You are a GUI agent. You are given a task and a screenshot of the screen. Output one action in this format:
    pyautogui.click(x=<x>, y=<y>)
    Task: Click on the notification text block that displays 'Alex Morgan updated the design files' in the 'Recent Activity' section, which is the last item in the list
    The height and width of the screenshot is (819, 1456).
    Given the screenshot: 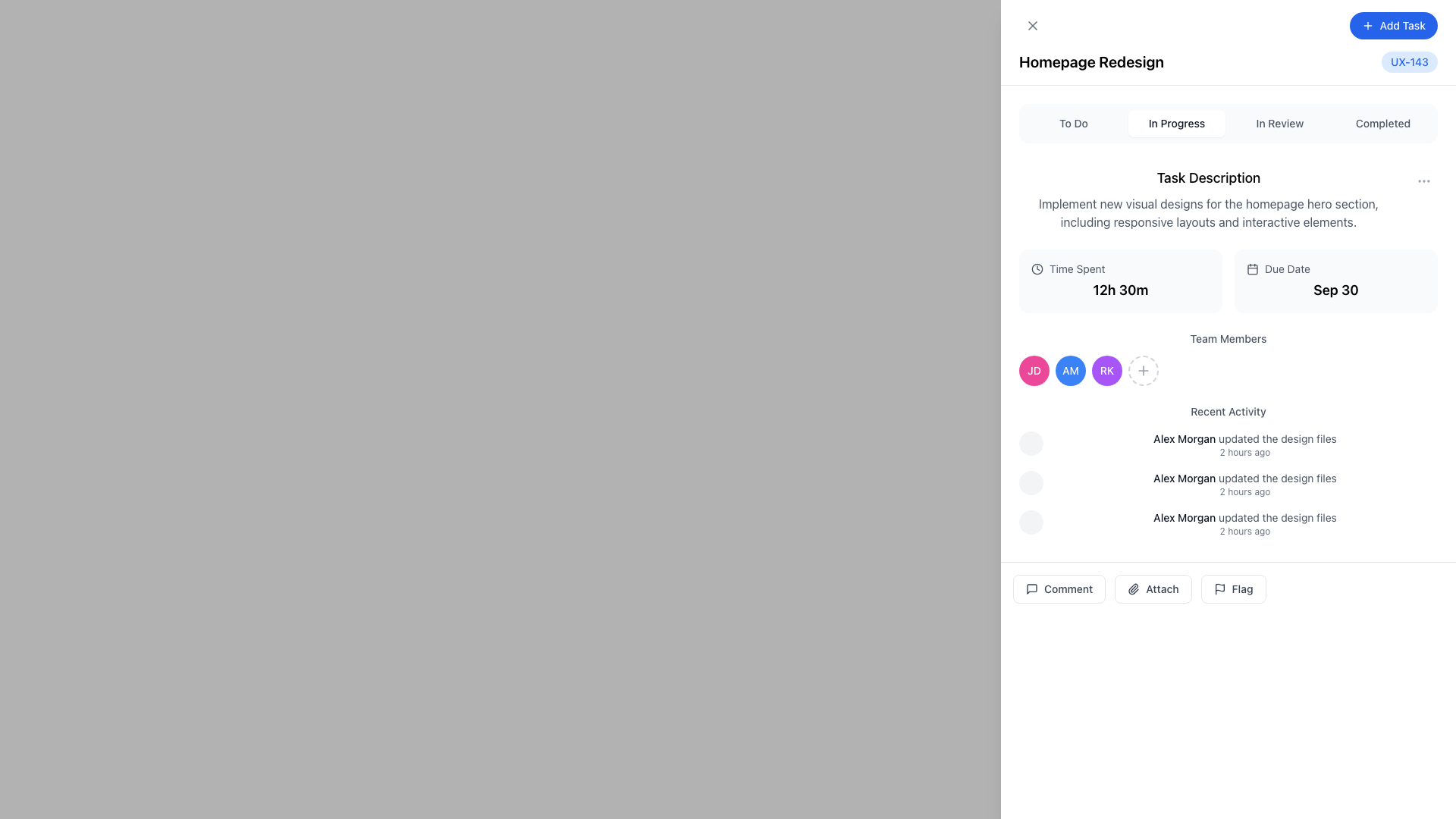 What is the action you would take?
    pyautogui.click(x=1244, y=522)
    